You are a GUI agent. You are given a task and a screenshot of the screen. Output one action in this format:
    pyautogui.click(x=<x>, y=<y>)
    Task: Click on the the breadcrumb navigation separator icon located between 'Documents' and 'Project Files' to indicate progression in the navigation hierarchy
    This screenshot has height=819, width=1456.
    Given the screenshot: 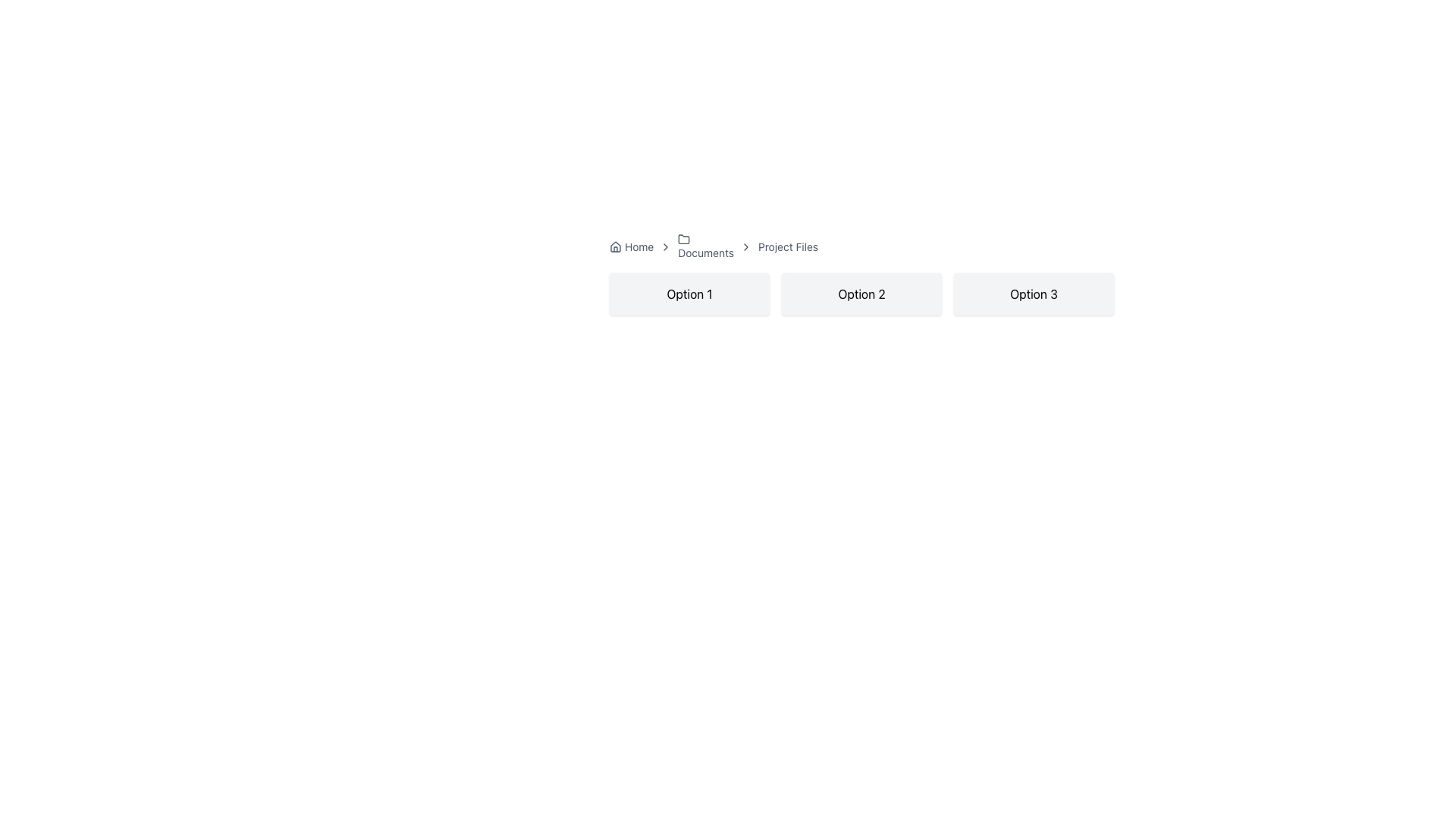 What is the action you would take?
    pyautogui.click(x=745, y=246)
    